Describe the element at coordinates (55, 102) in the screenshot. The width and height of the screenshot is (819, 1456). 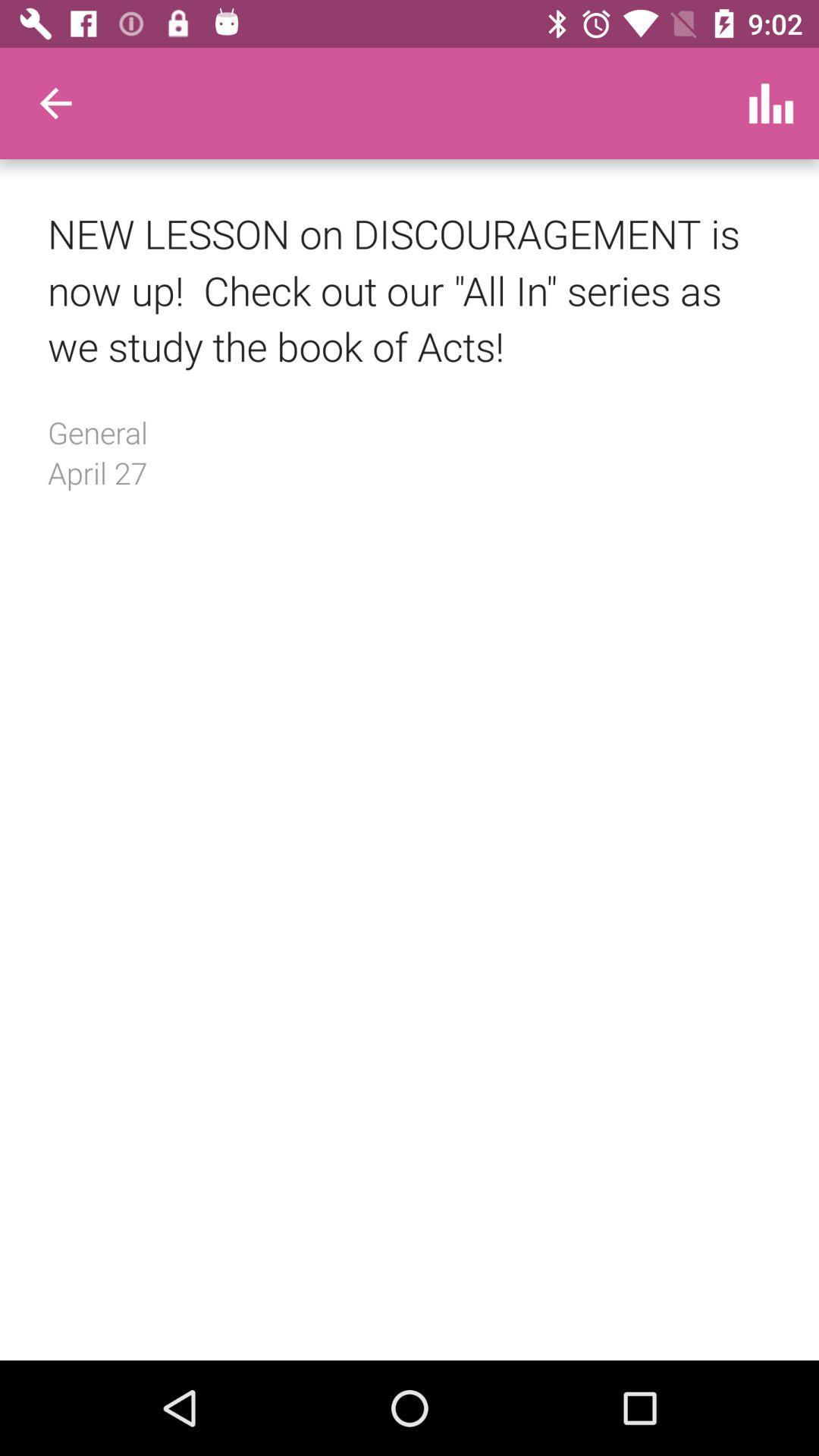
I see `icon at the top left corner` at that location.